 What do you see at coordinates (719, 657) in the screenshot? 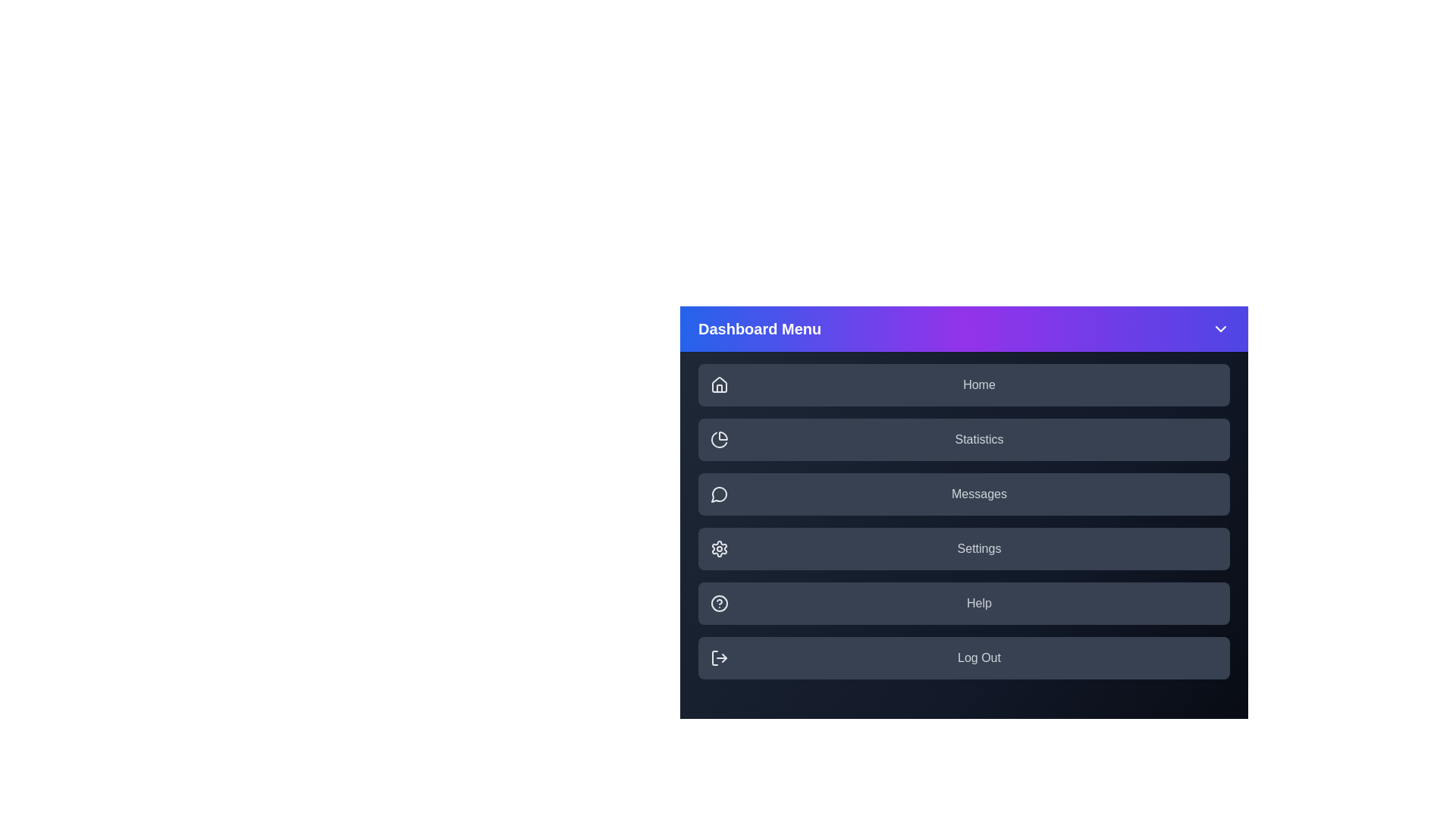
I see `the icon corresponding to the menu item Log Out` at bounding box center [719, 657].